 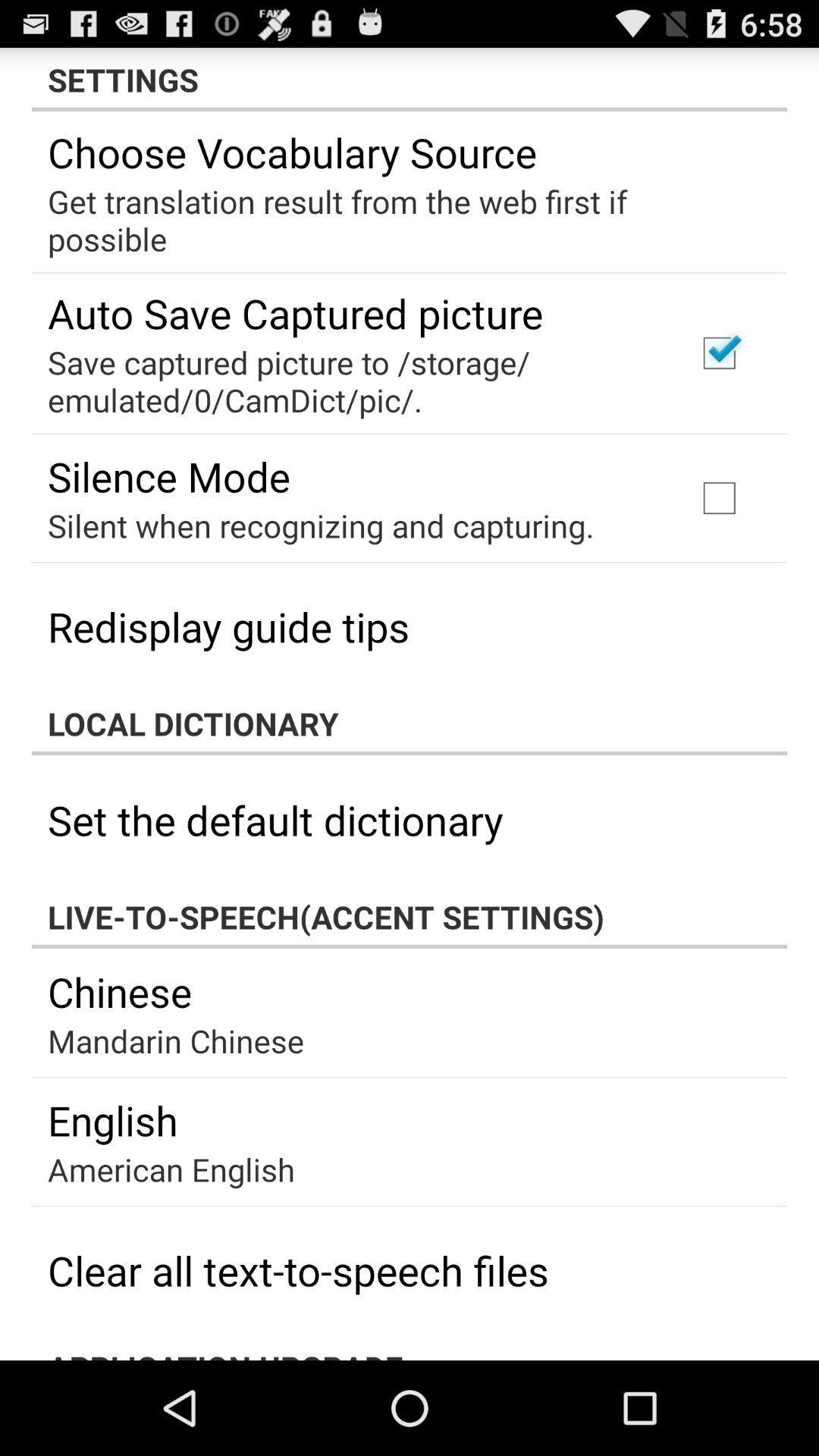 I want to click on get translation result icon, so click(x=398, y=219).